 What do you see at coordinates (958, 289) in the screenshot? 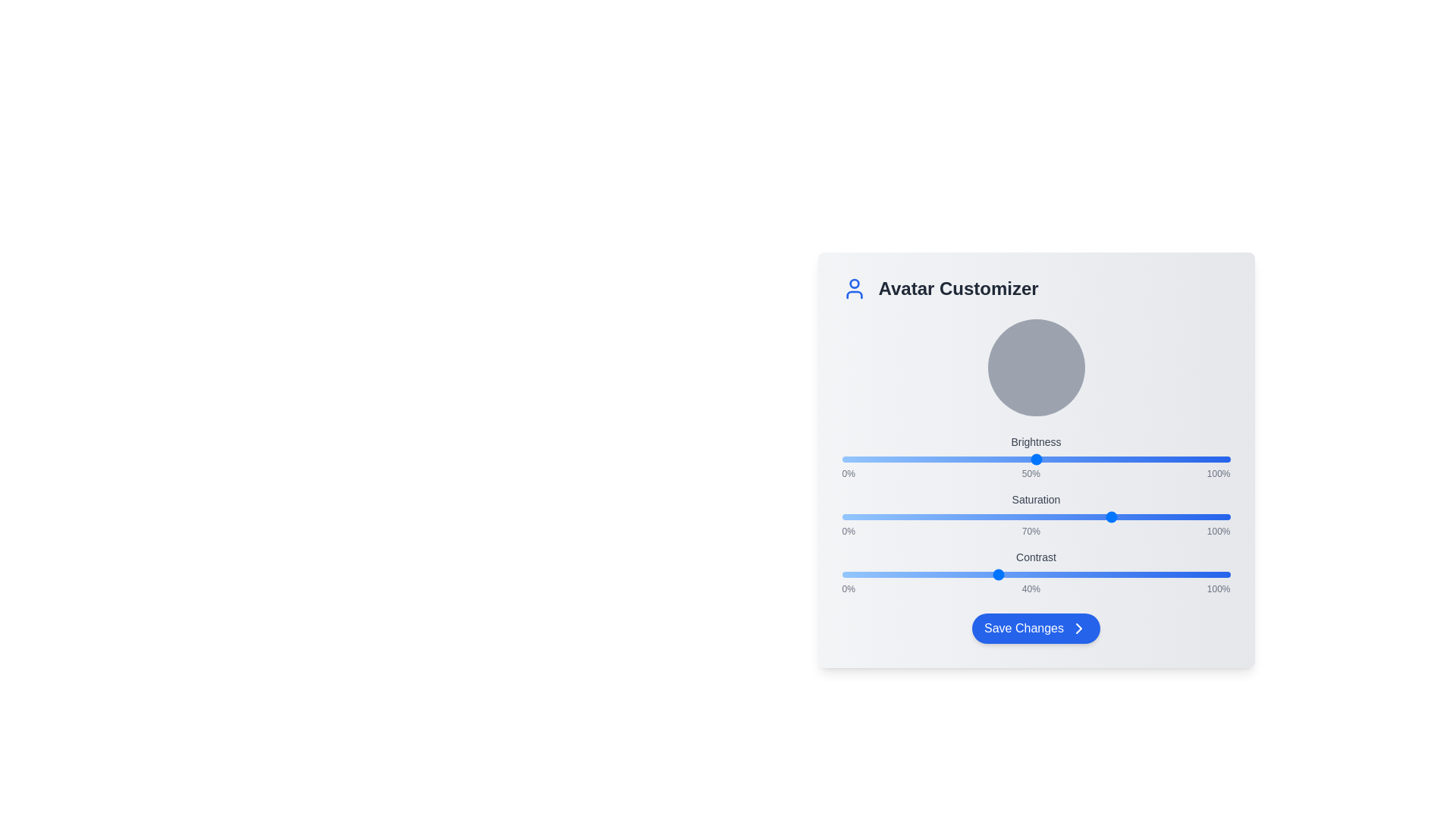
I see `the Avatar Customizer title to focus on it` at bounding box center [958, 289].